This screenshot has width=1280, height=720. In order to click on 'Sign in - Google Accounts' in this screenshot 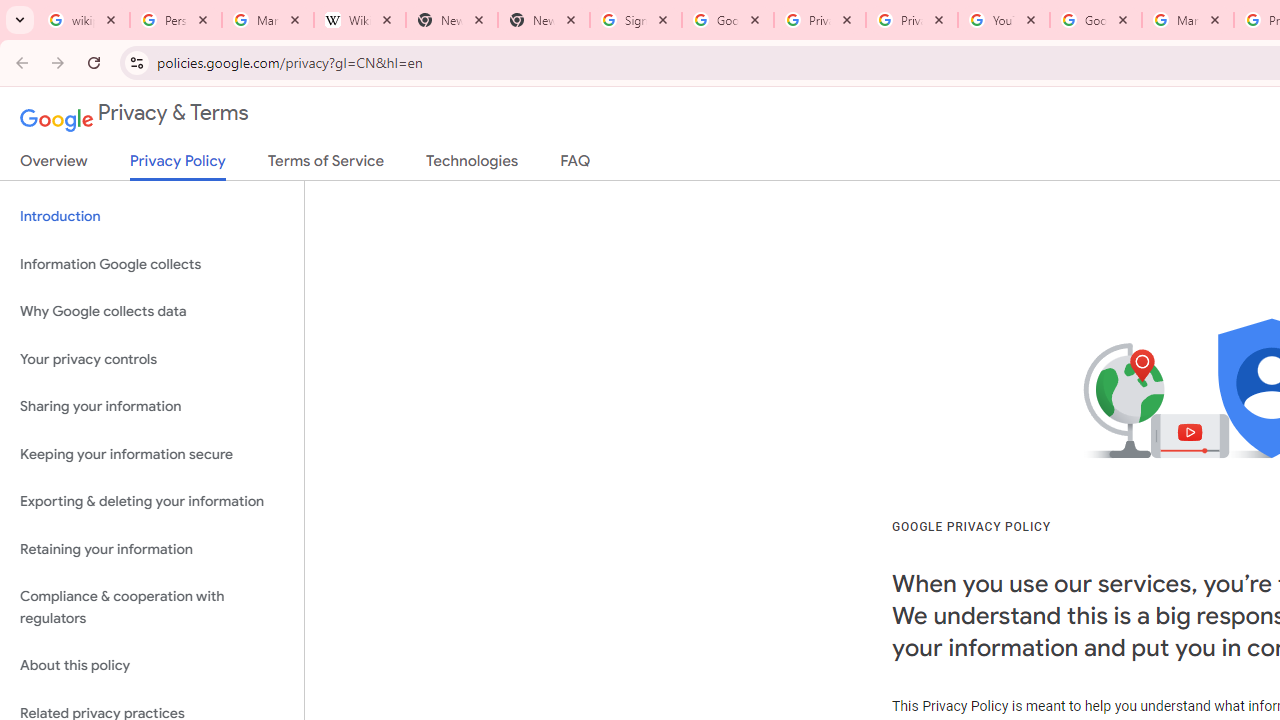, I will do `click(635, 20)`.